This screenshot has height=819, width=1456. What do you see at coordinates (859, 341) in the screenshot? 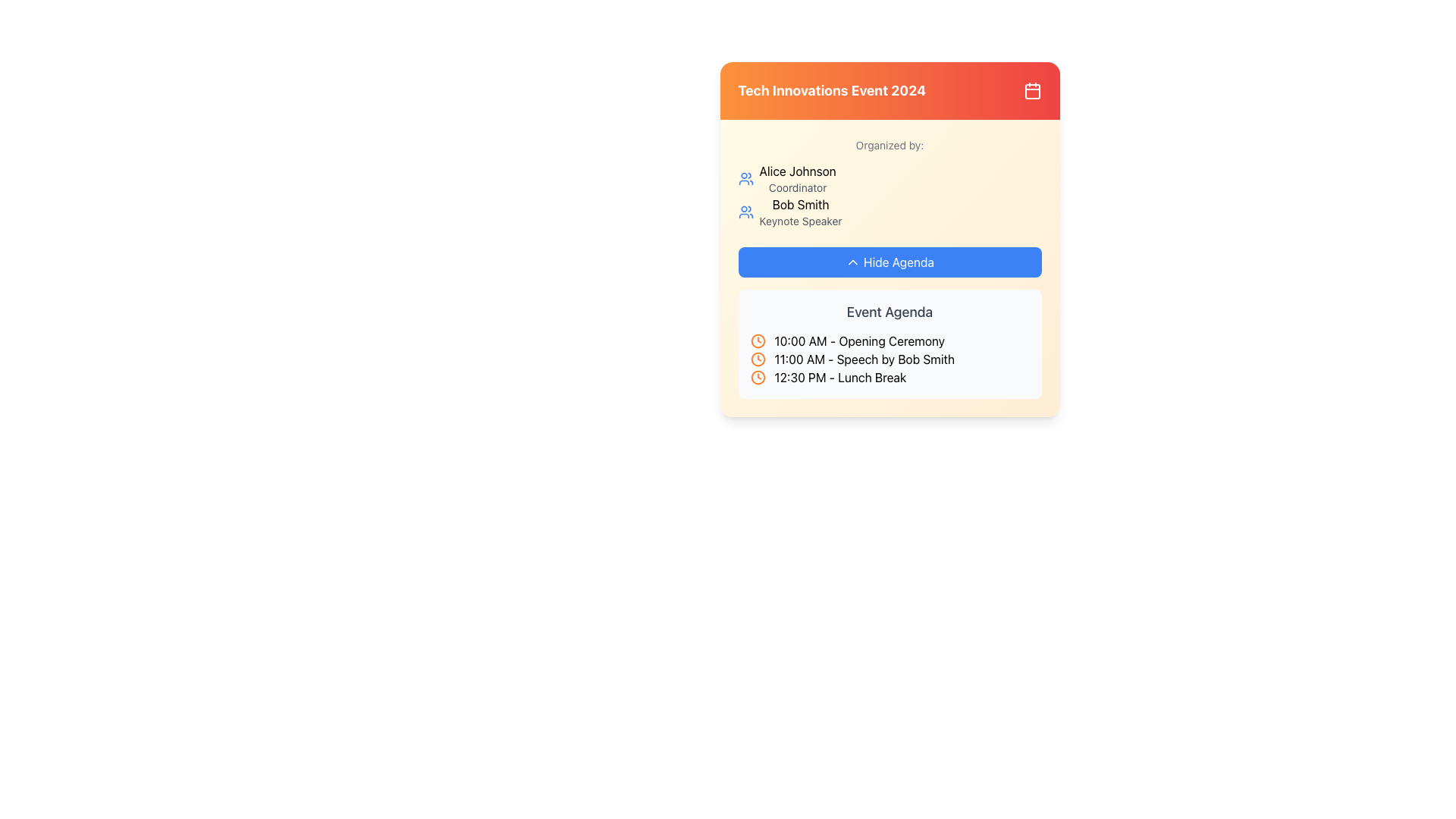
I see `the text label displaying '10:00 AM - Opening Ceremony' in the 'Event Agenda' section, which is the first item in the list adjacent to a clock icon` at bounding box center [859, 341].